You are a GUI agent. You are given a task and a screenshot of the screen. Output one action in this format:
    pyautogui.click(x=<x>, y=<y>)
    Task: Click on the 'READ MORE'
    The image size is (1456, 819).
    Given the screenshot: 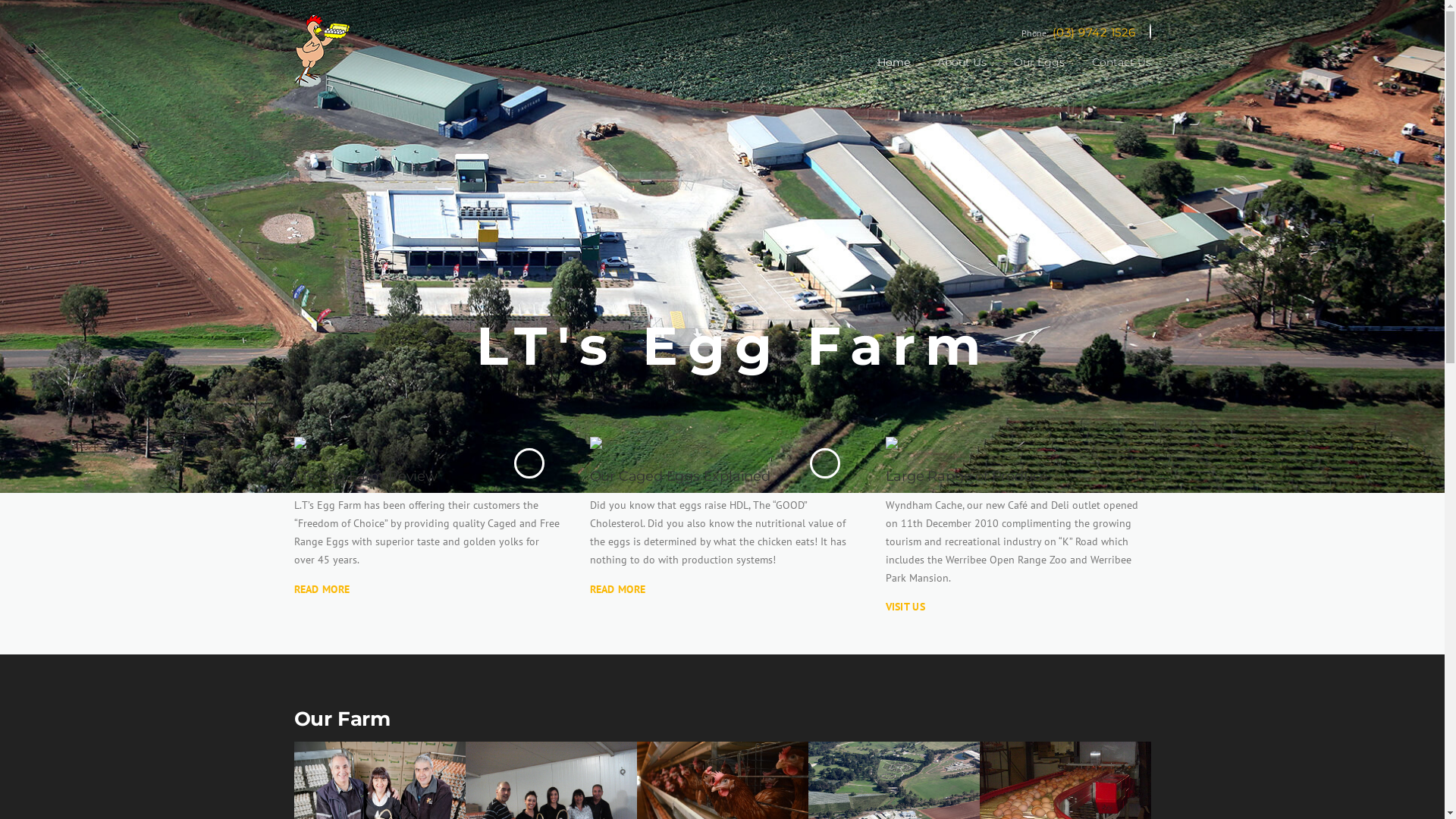 What is the action you would take?
    pyautogui.click(x=322, y=588)
    